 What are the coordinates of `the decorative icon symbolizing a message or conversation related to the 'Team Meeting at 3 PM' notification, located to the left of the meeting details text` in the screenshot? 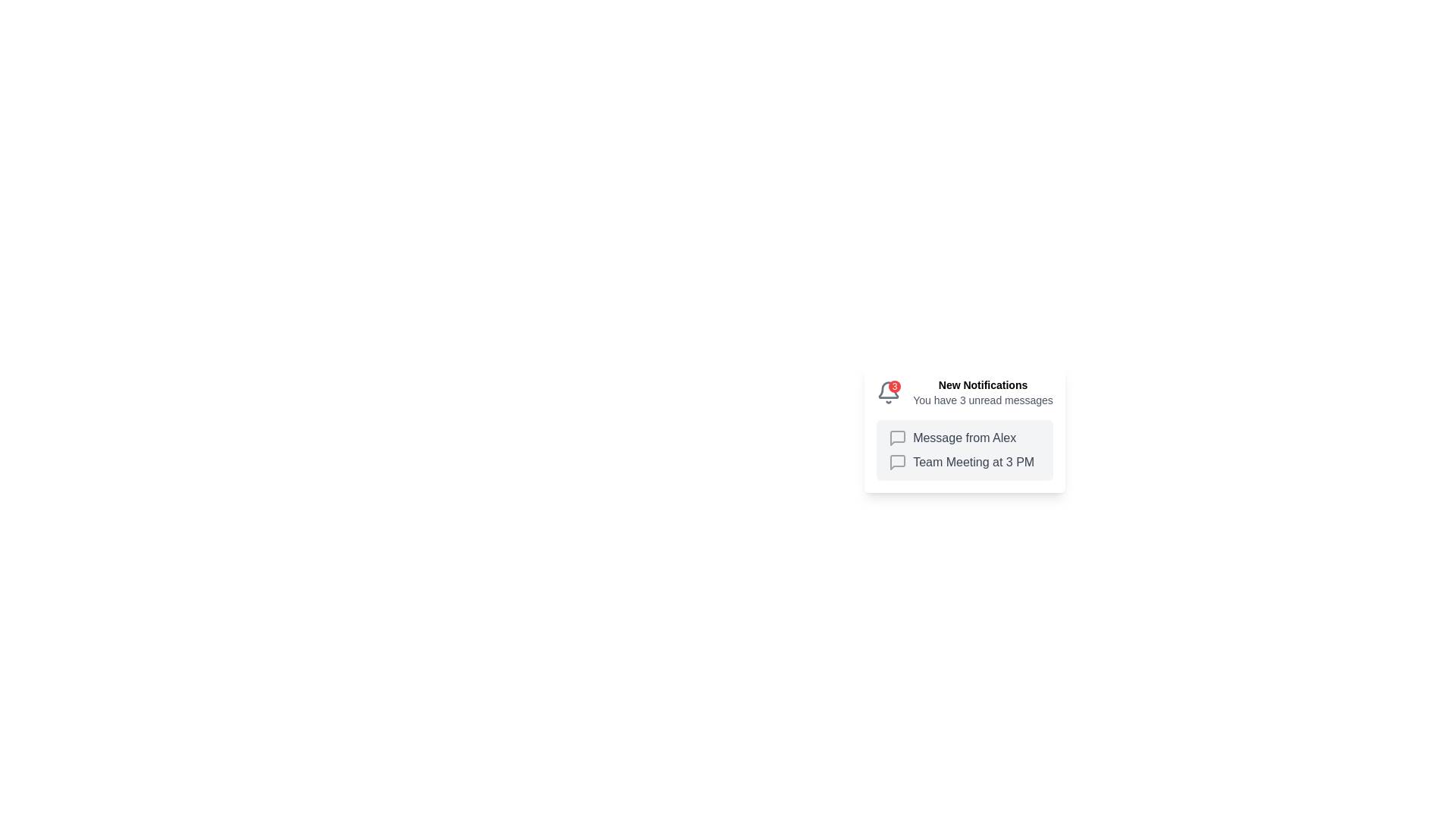 It's located at (898, 461).